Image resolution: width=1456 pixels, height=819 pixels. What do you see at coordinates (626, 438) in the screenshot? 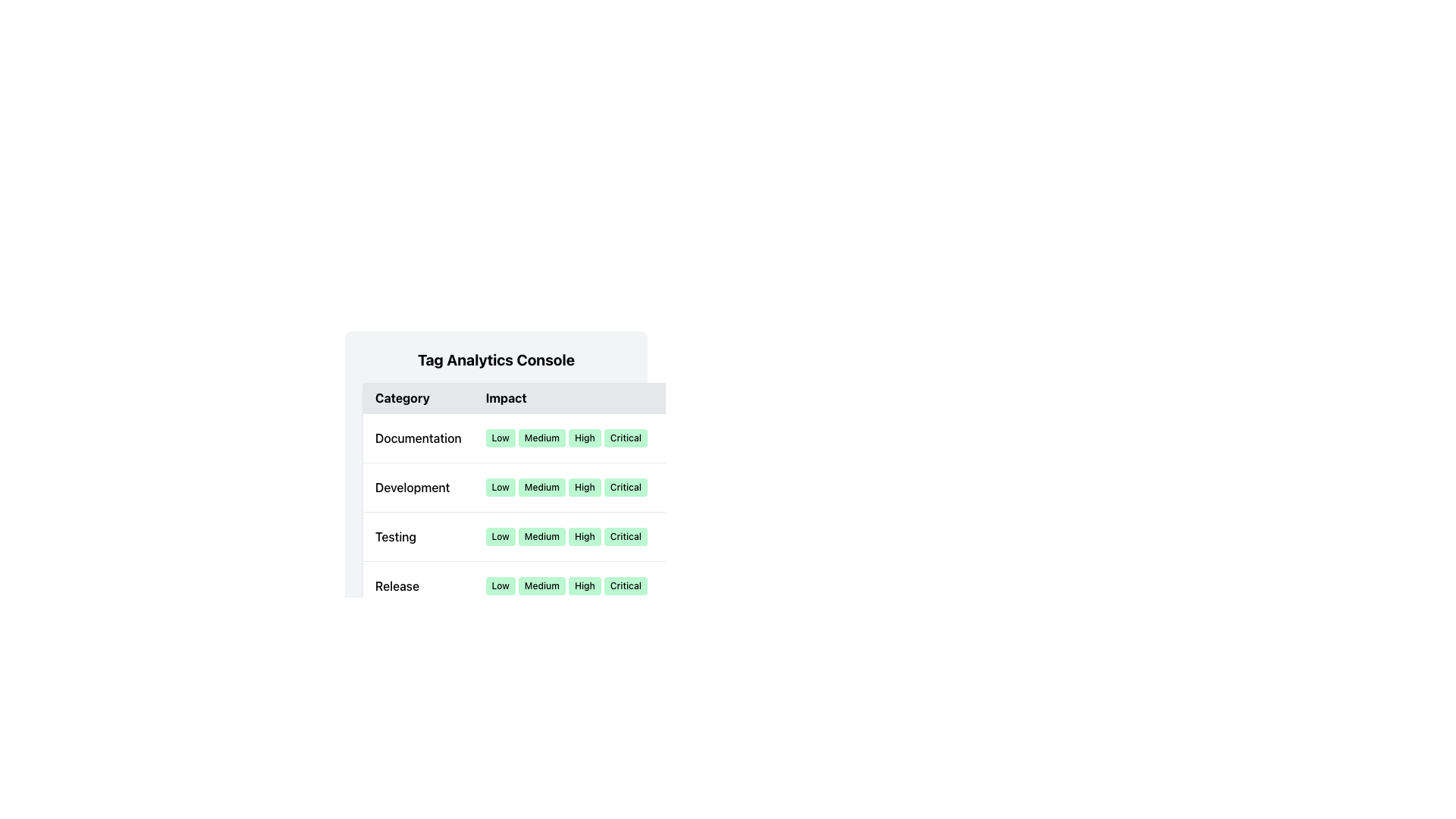
I see `the 'Critical' label which has a green background, rounded corners, and bold black text, positioned last in the horizontal list of impact labels` at bounding box center [626, 438].